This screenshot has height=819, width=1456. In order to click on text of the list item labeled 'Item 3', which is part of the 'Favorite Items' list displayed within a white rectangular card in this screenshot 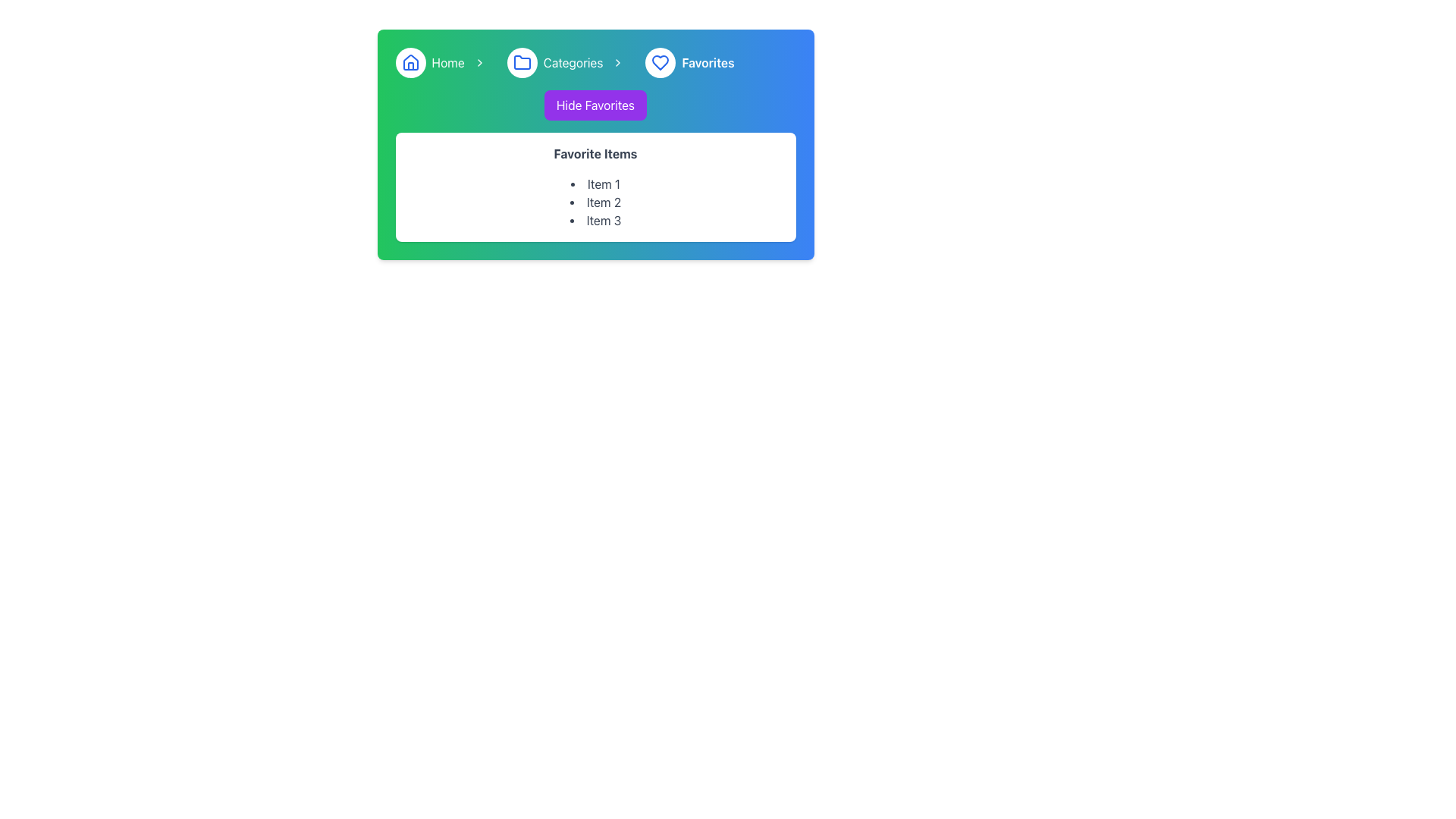, I will do `click(595, 220)`.